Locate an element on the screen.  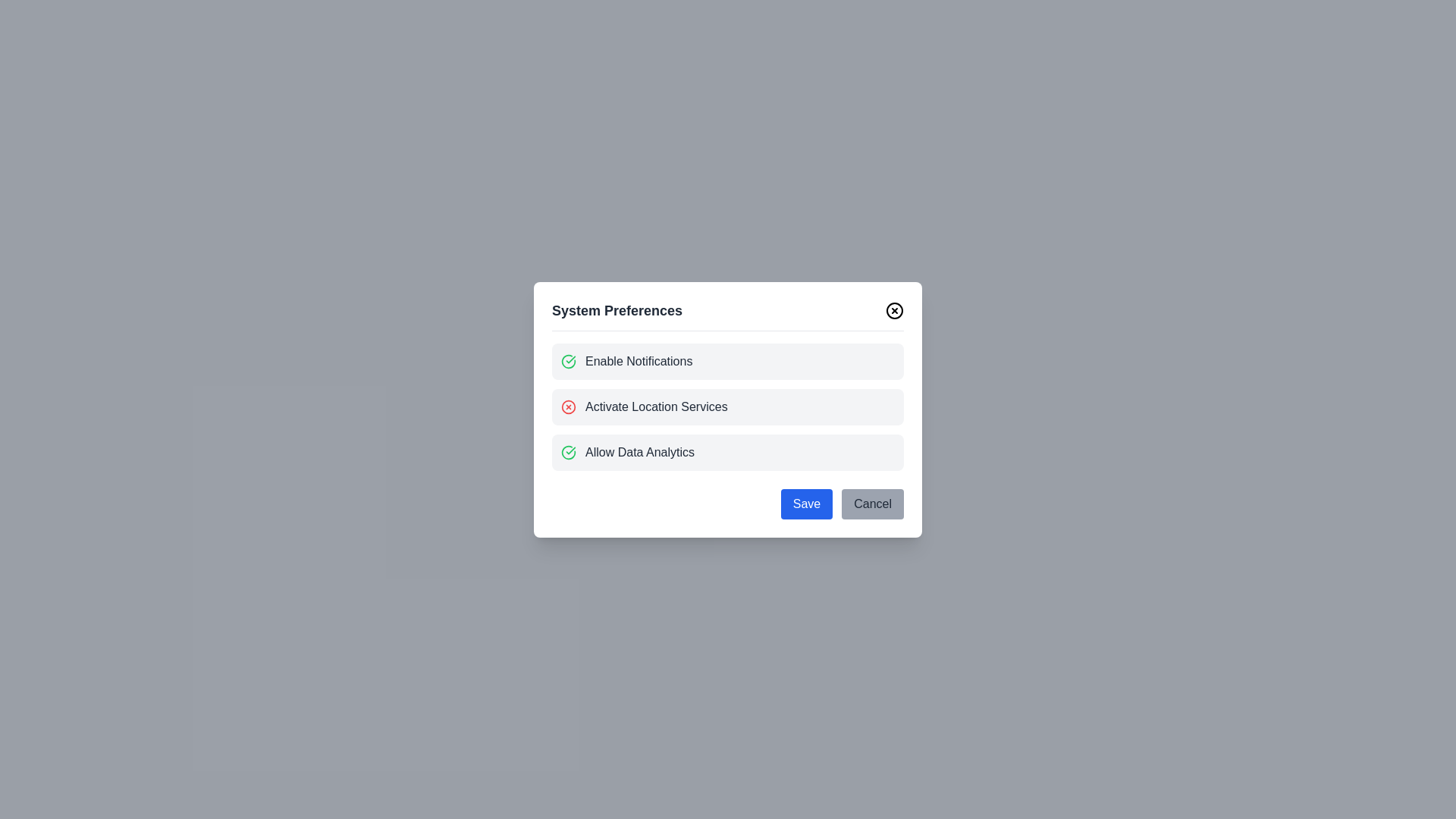
the close button to dismiss the dialog is located at coordinates (895, 309).